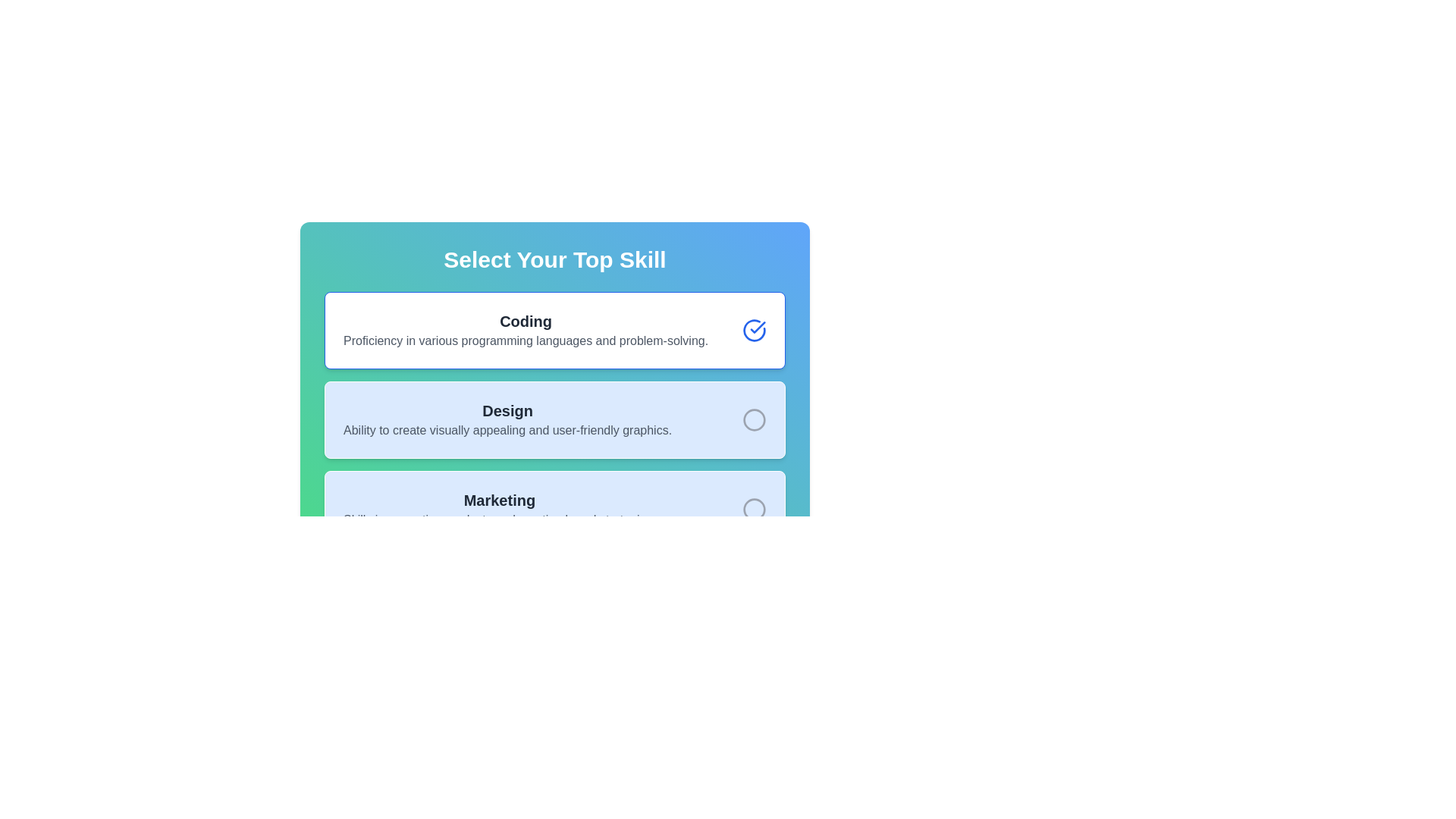 The height and width of the screenshot is (819, 1456). Describe the element at coordinates (554, 509) in the screenshot. I see `the selectable card labeled 'Marketing' with a light blue background, which contains skills in promoting products and creating brand strategies, positioned below the 'Design' skill block` at that location.